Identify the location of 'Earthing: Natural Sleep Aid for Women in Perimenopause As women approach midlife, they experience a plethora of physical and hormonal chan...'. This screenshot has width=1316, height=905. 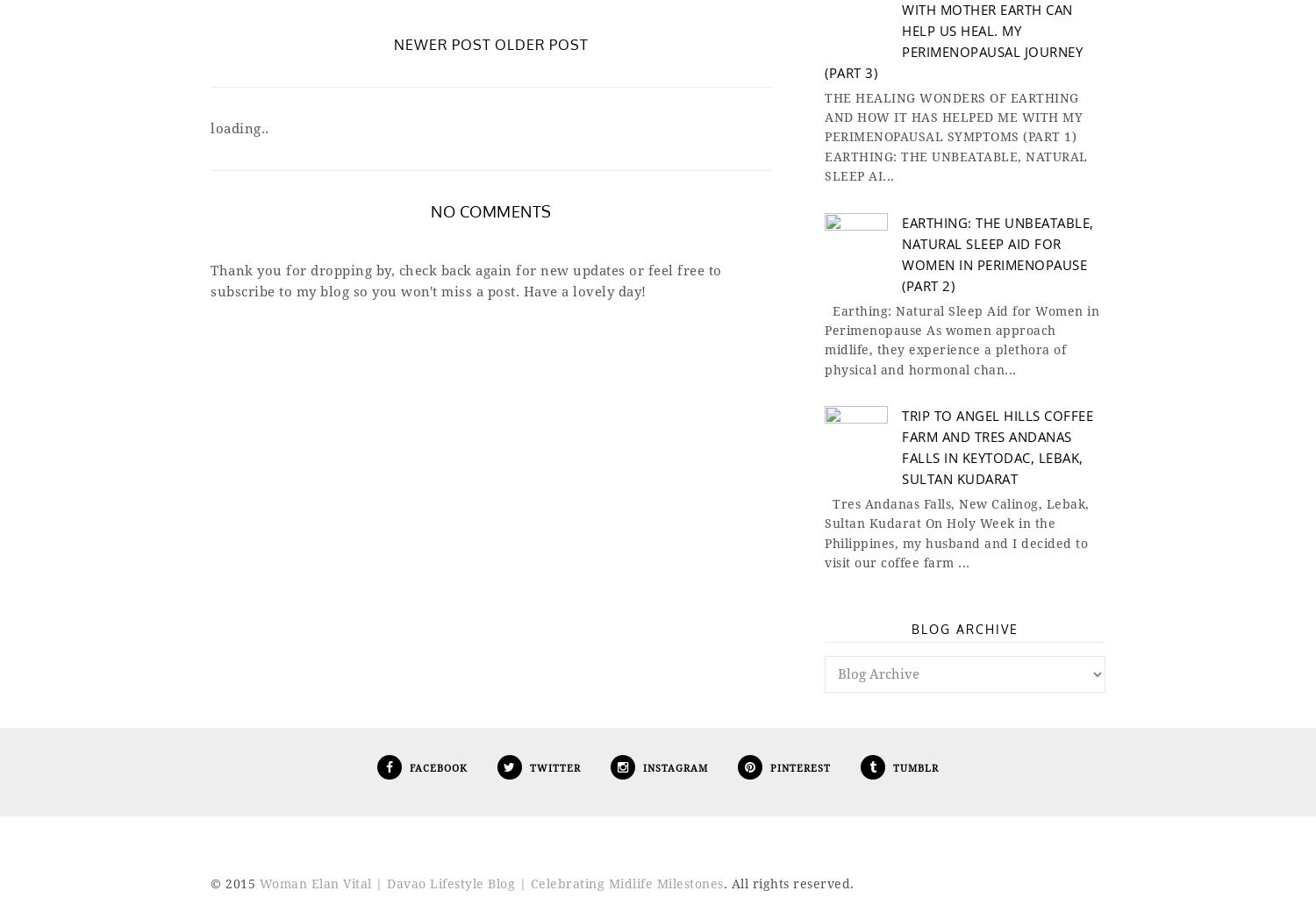
(961, 339).